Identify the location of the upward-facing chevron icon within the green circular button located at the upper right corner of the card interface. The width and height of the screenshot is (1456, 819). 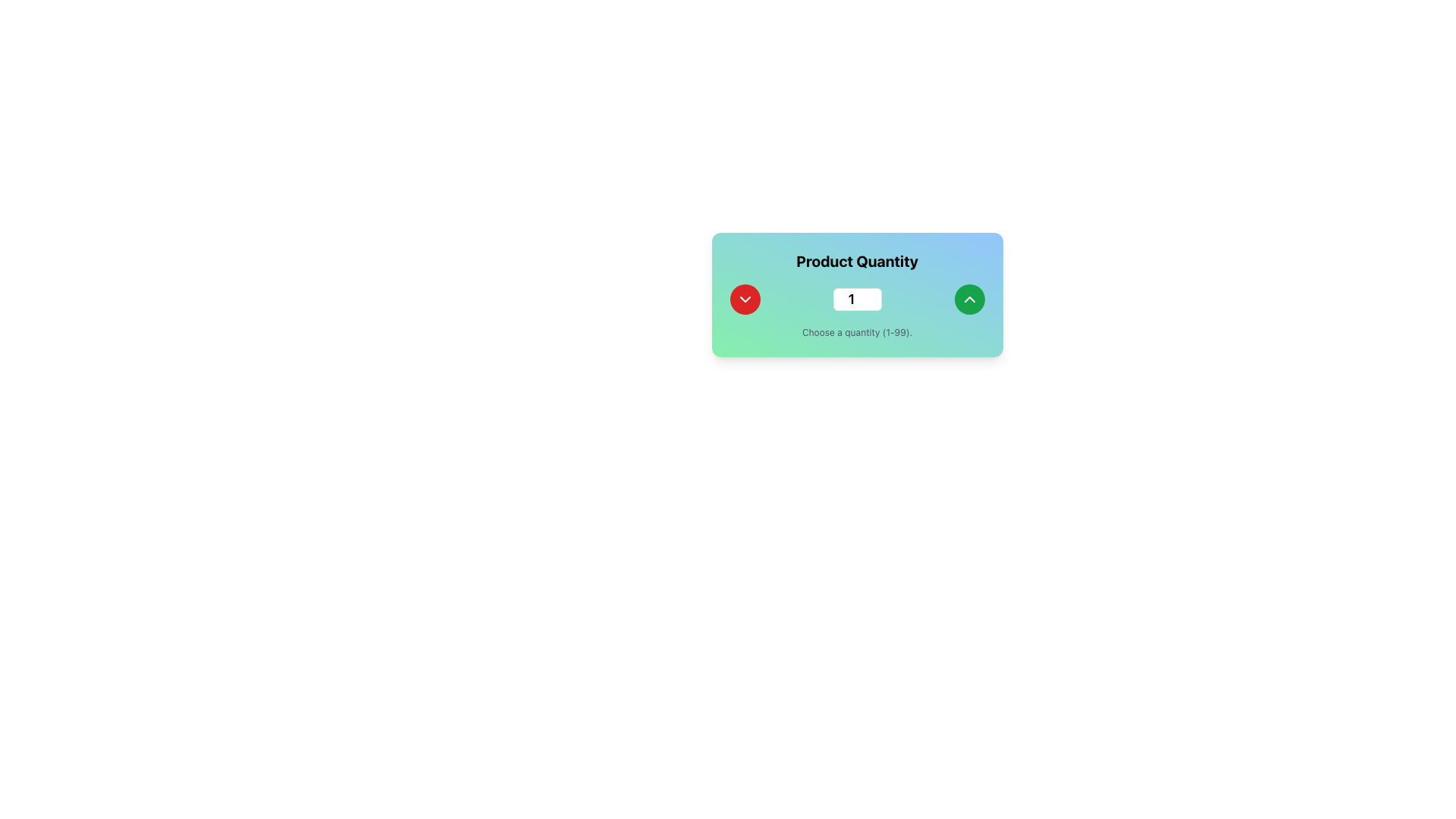
(968, 299).